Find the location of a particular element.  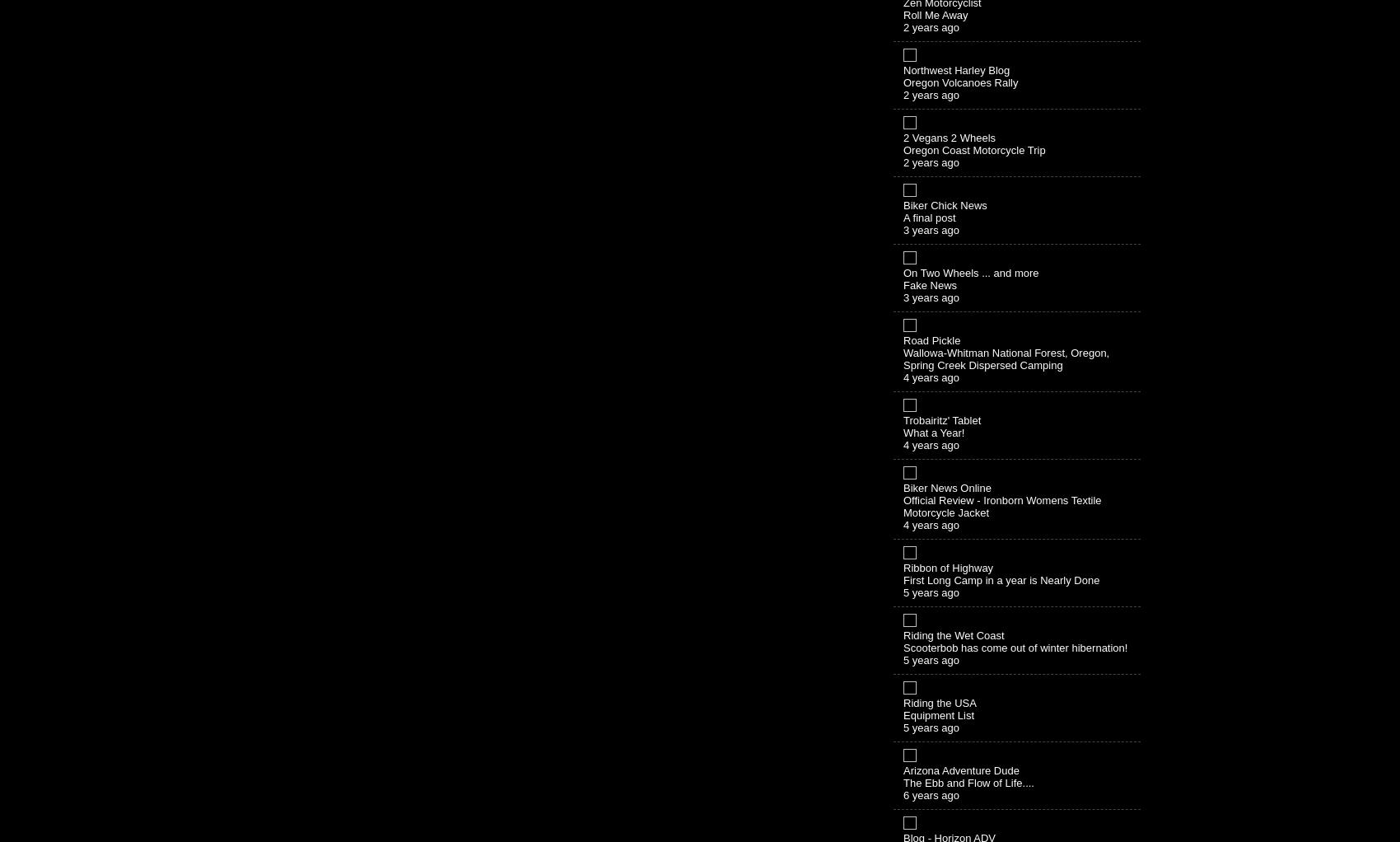

'Riding the USA' is located at coordinates (940, 702).